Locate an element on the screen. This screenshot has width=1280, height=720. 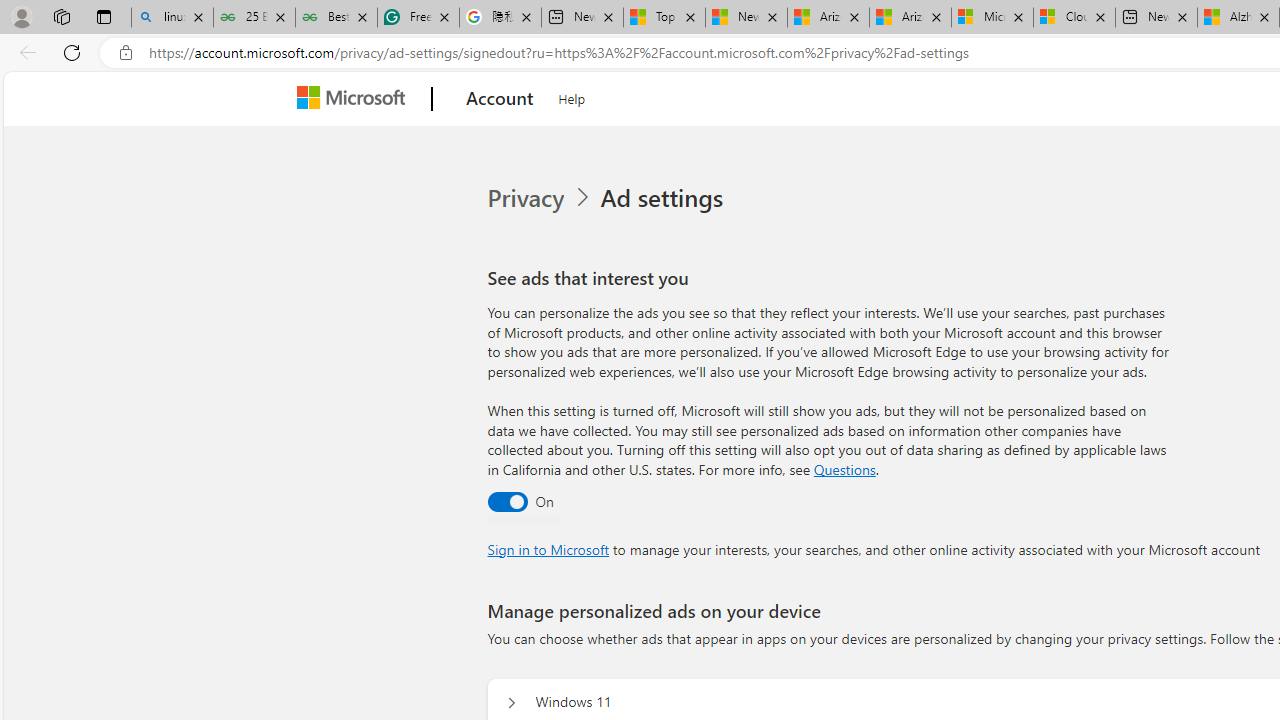
'Free AI Writing Assistance for Students | Grammarly' is located at coordinates (417, 17).